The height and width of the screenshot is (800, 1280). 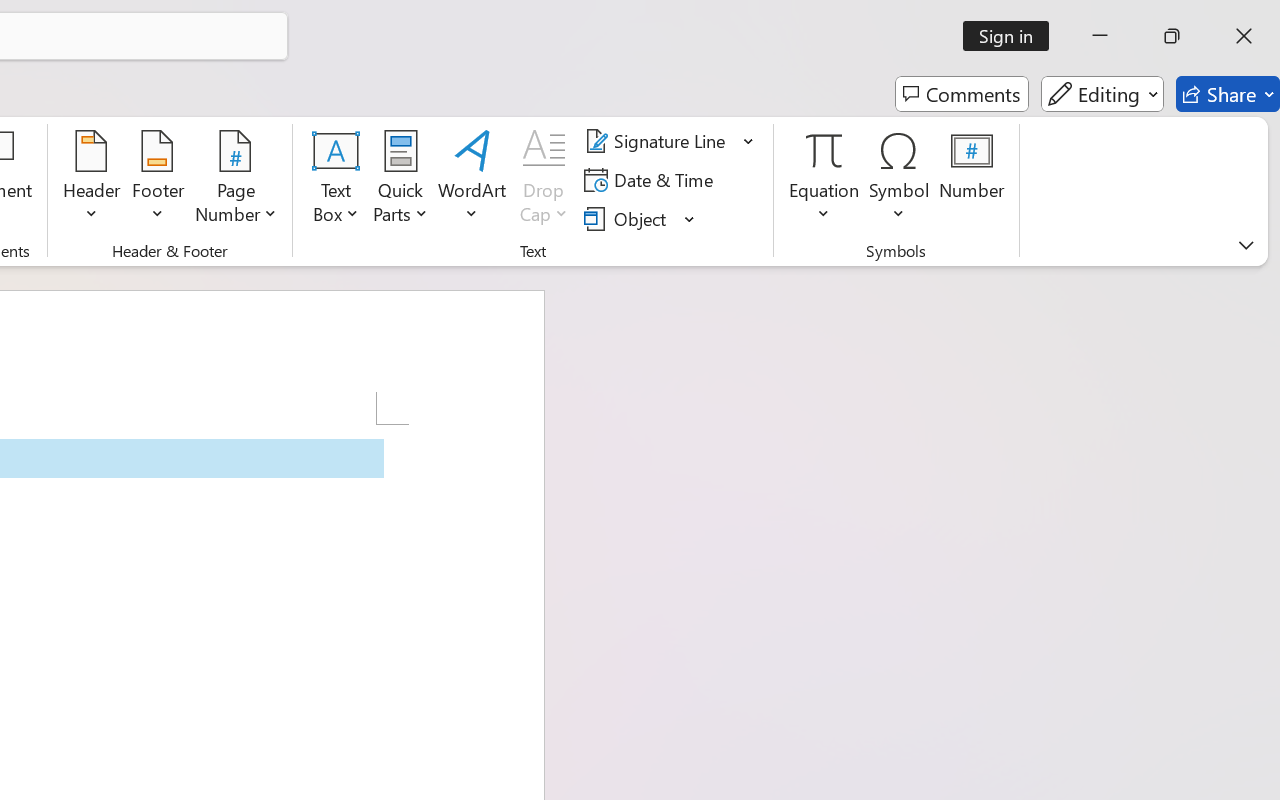 I want to click on 'Sign in', so click(x=1013, y=35).